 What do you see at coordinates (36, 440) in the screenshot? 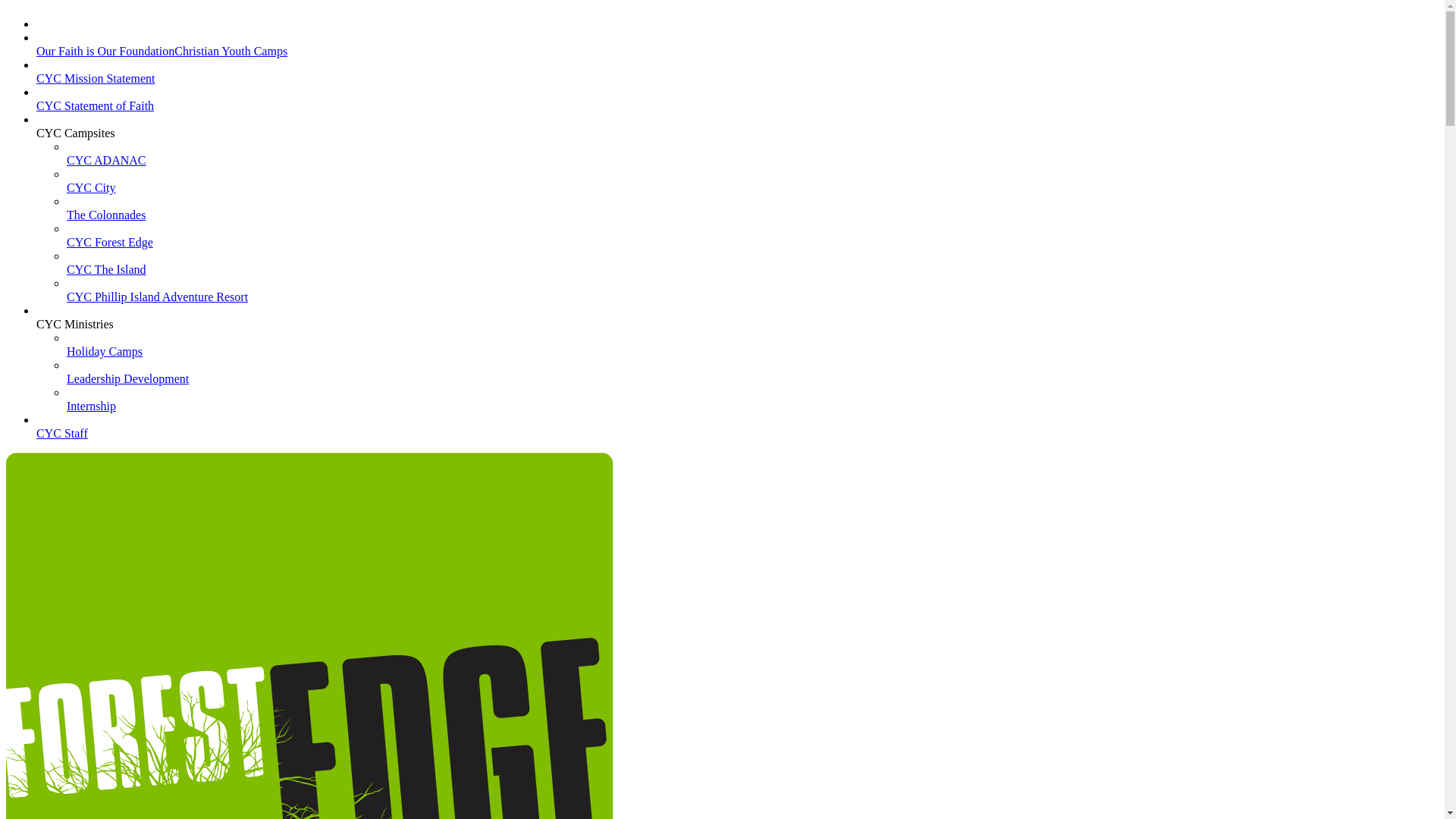
I see `'CYC Staff'` at bounding box center [36, 440].